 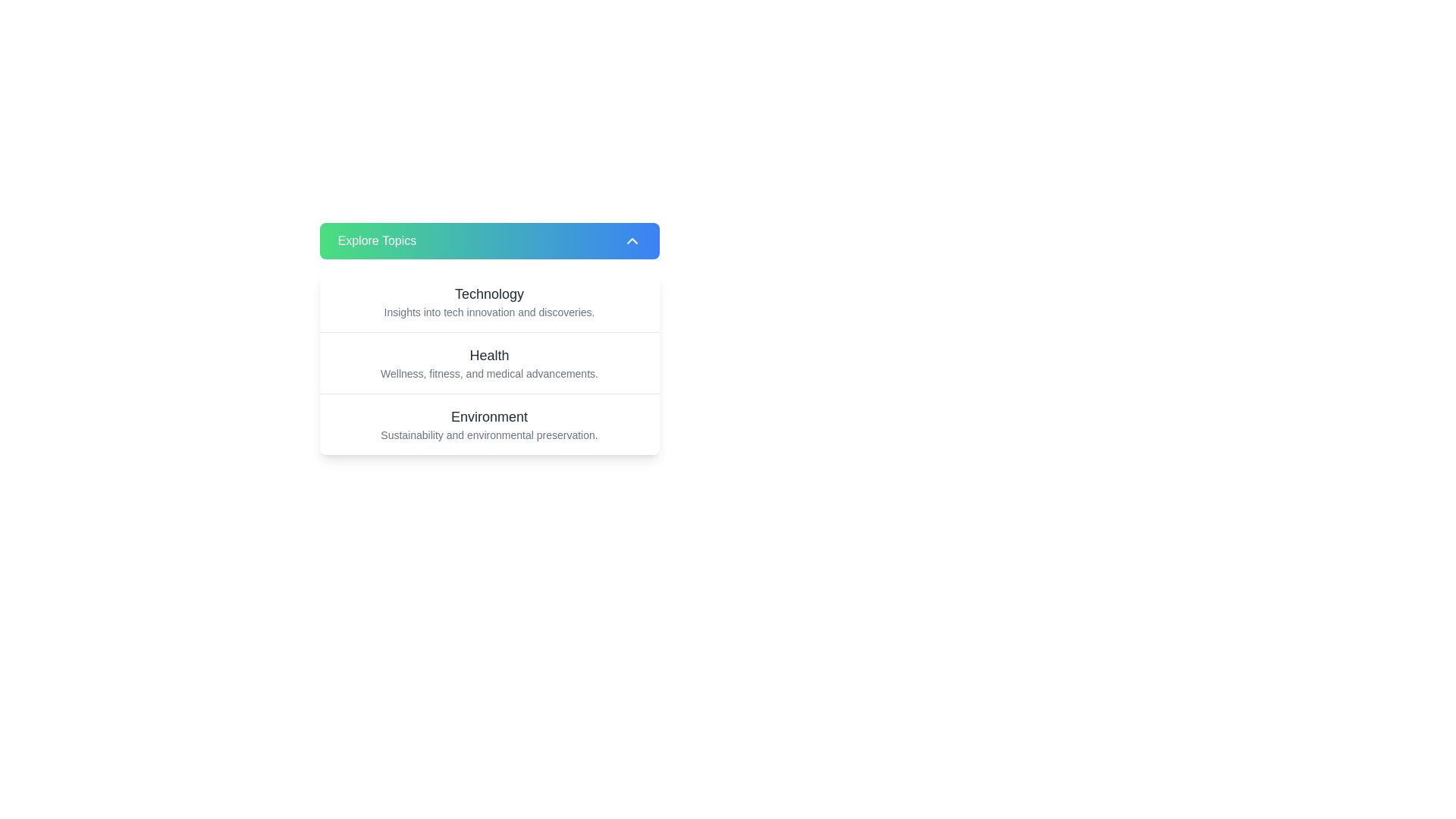 What do you see at coordinates (489, 301) in the screenshot?
I see `the 'Technology' list item` at bounding box center [489, 301].